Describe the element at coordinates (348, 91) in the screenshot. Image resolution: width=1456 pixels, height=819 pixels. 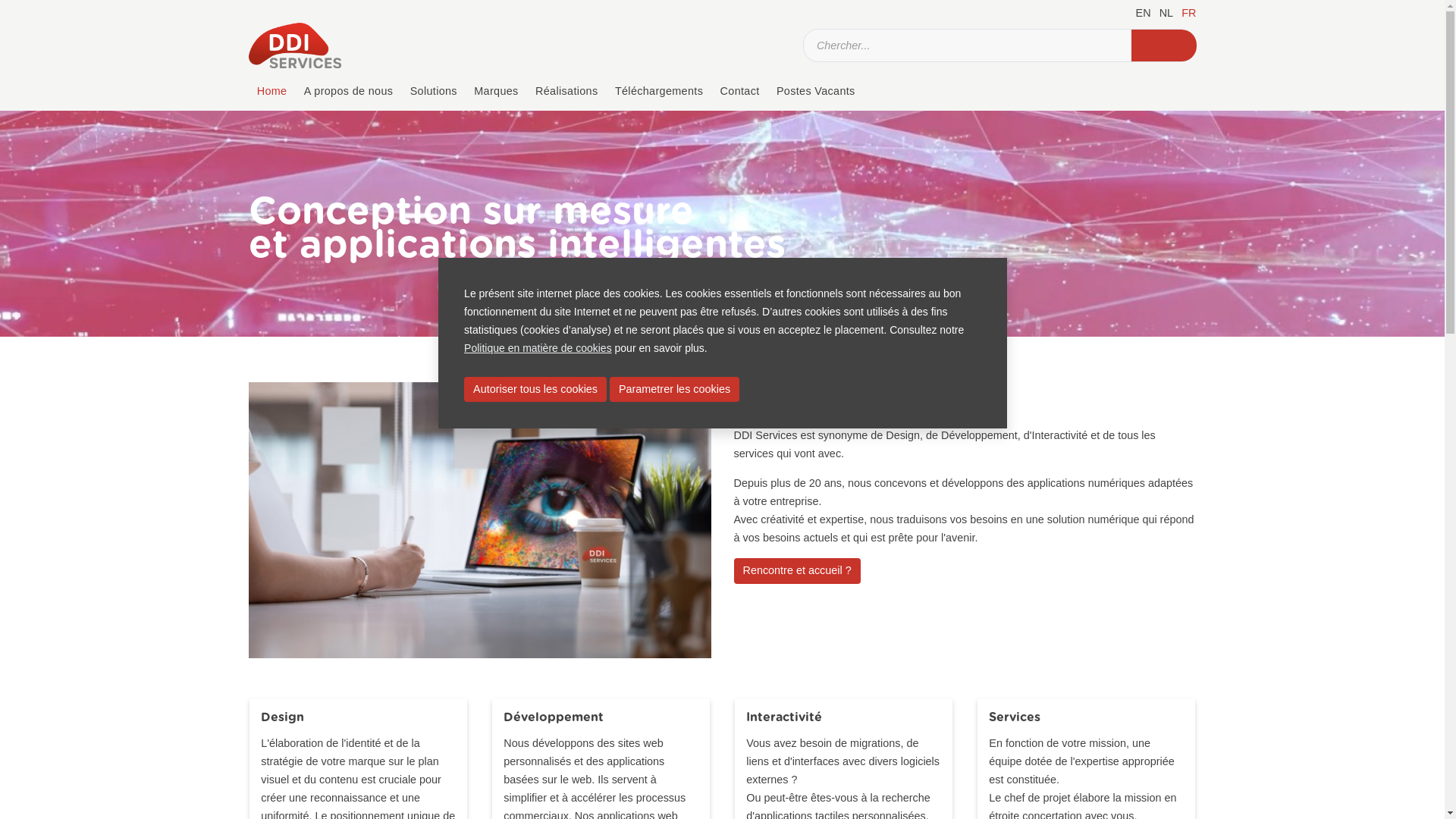
I see `'A propos de nous'` at that location.